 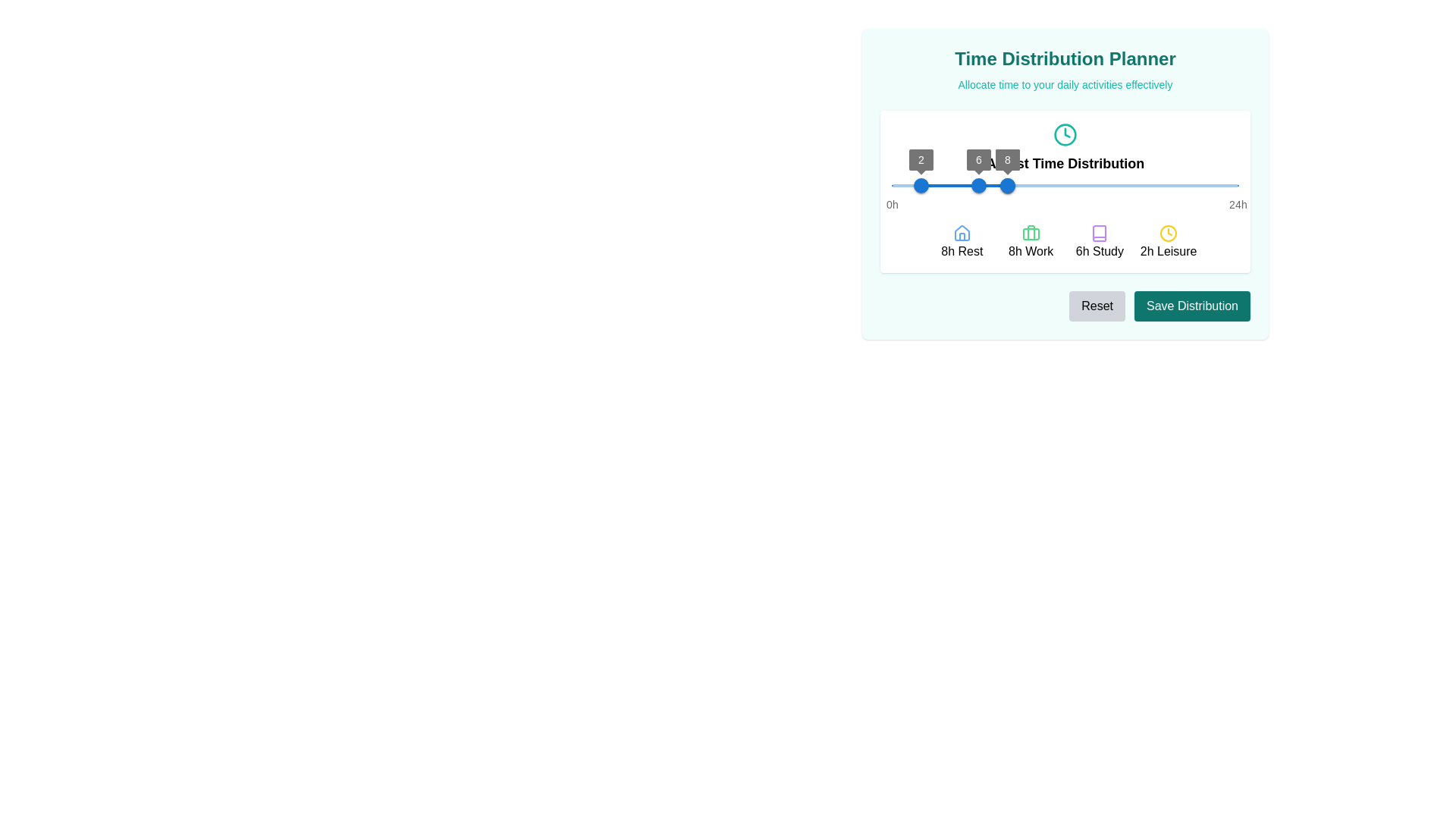 I want to click on the gray rounded label displaying the number '6' positioned above the slider thumb, so click(x=979, y=158).